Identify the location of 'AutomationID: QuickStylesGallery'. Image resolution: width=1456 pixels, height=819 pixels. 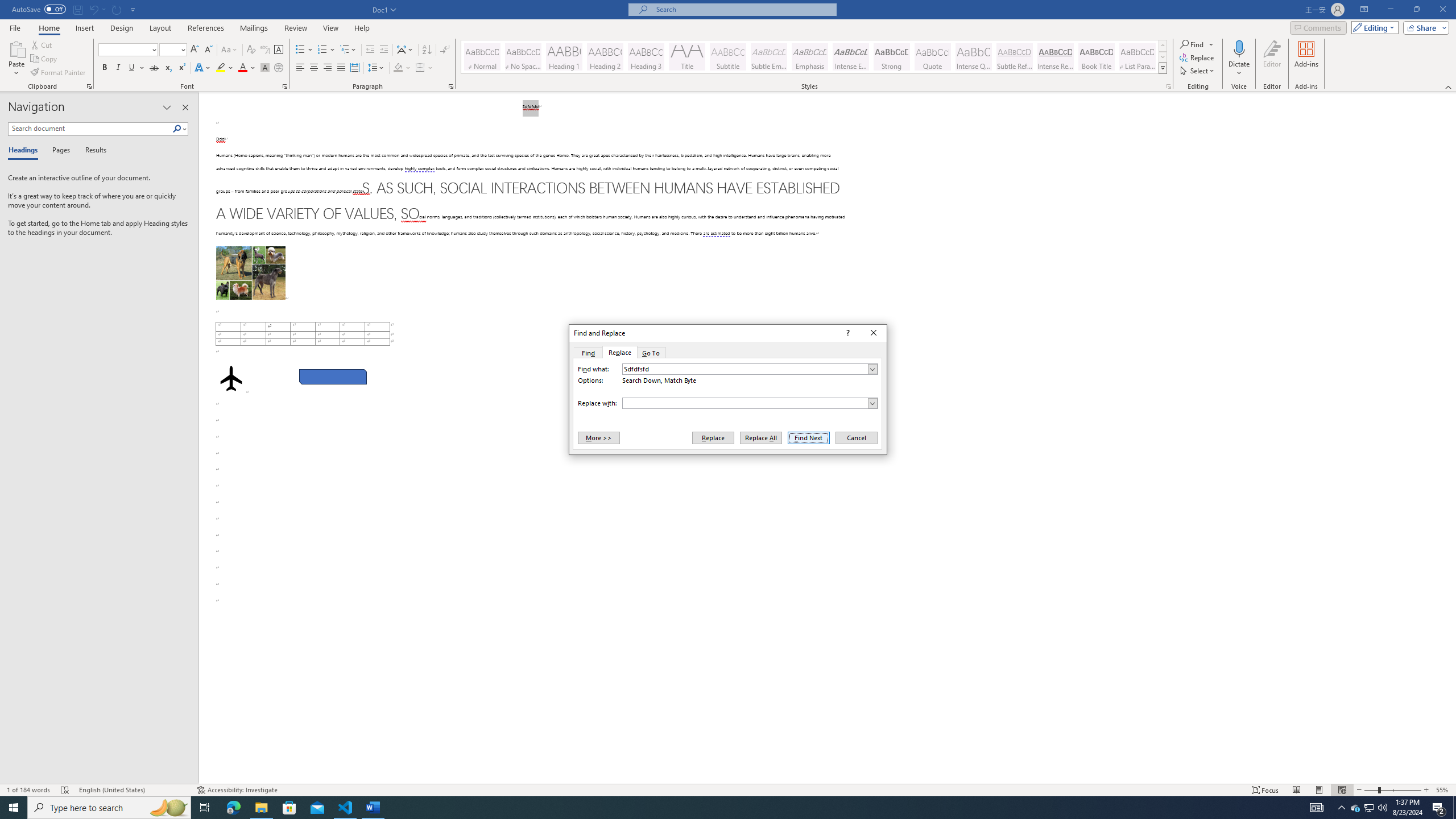
(814, 56).